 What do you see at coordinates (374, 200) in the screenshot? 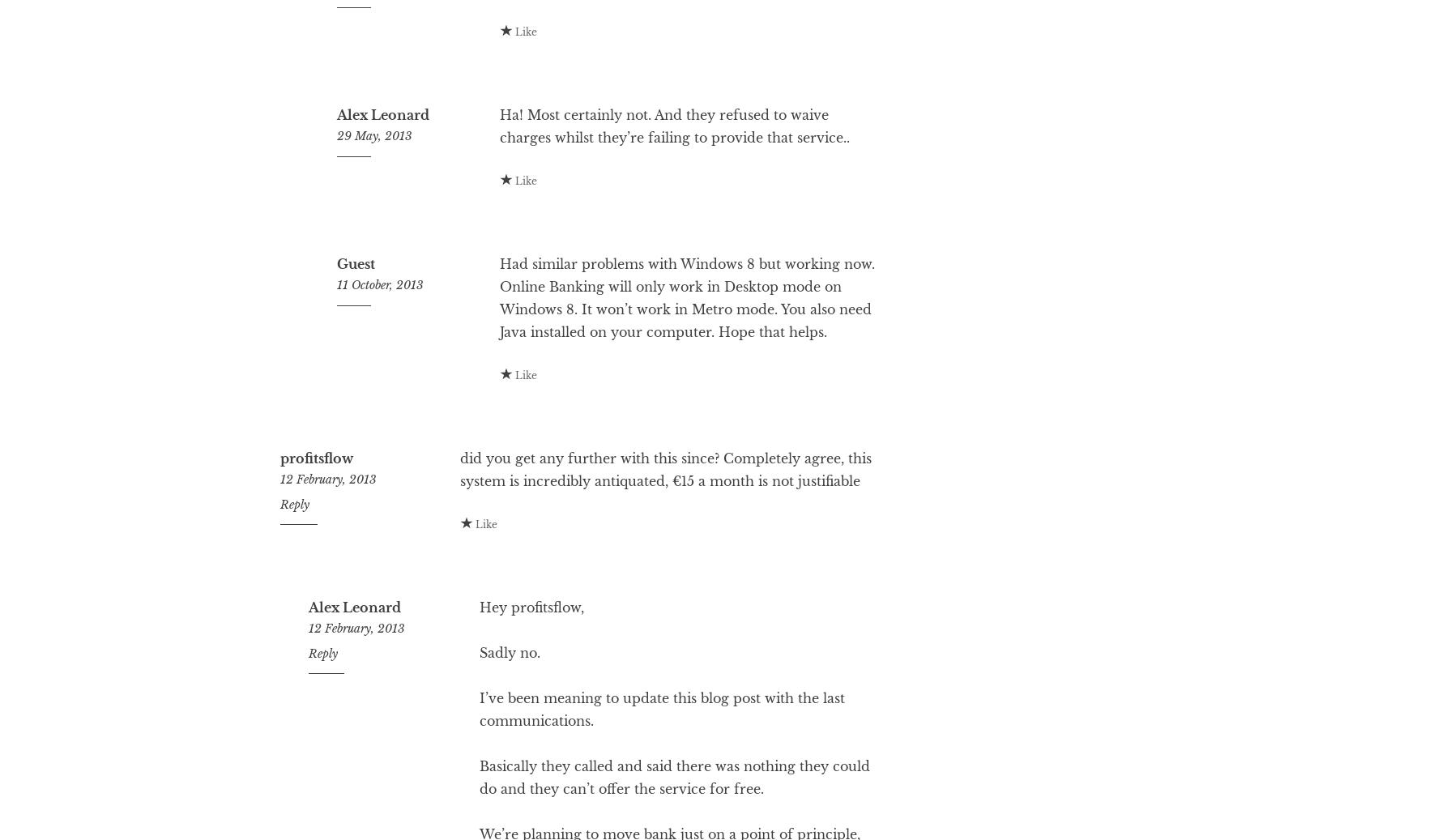
I see `'29 May, 2013'` at bounding box center [374, 200].